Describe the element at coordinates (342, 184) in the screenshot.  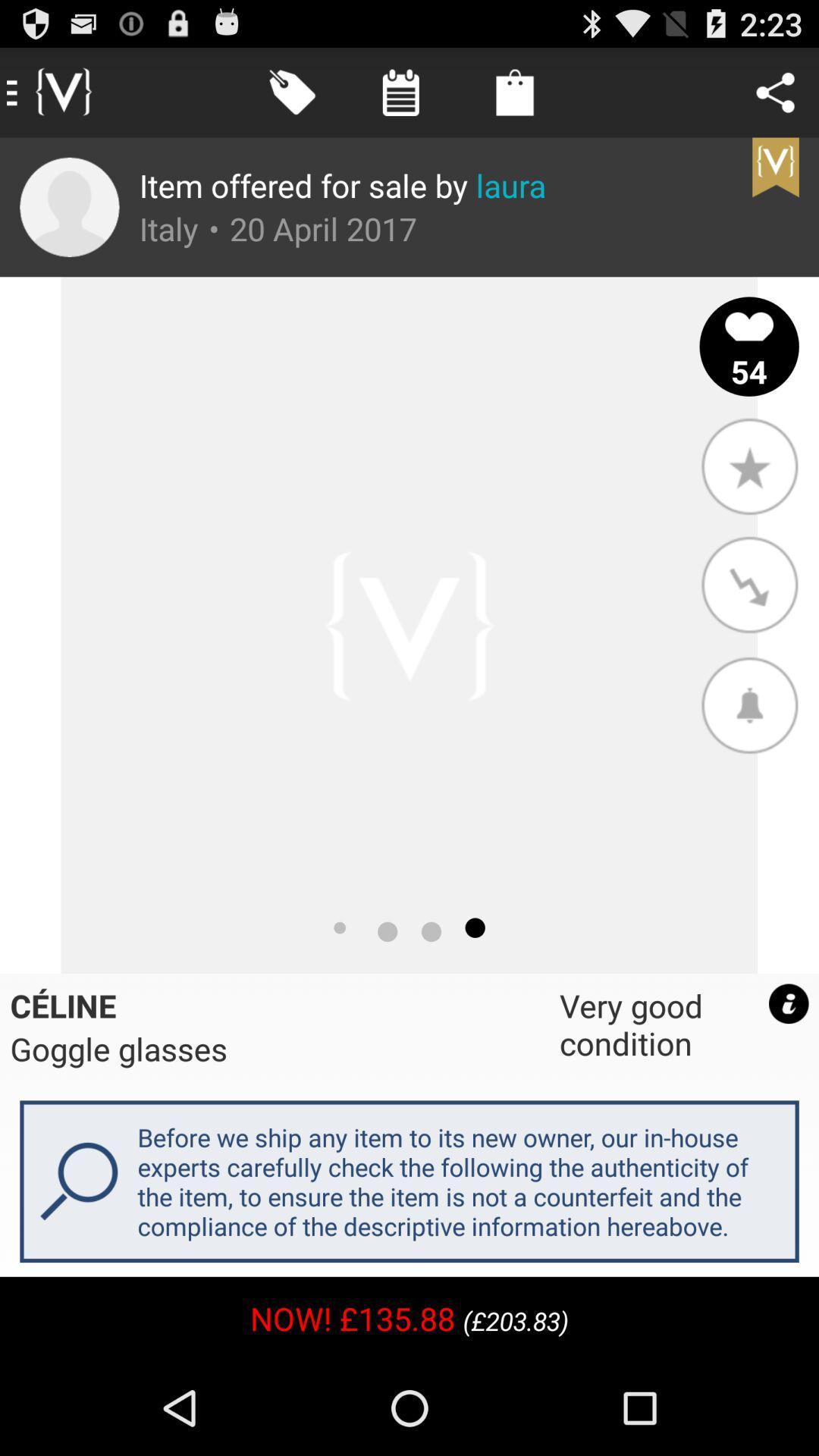
I see `the item offered for icon` at that location.